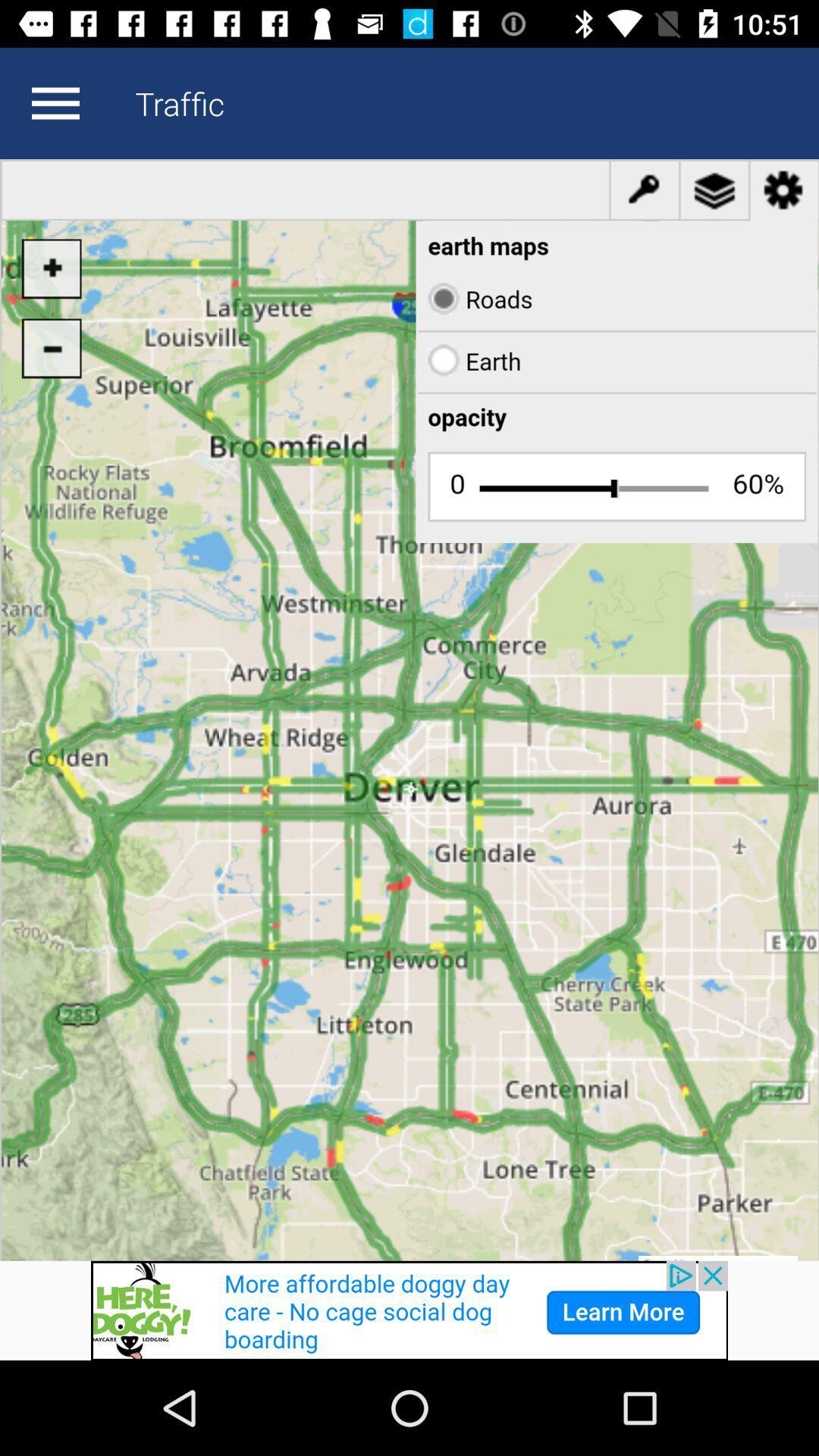 The image size is (819, 1456). I want to click on the menu icon, so click(55, 102).